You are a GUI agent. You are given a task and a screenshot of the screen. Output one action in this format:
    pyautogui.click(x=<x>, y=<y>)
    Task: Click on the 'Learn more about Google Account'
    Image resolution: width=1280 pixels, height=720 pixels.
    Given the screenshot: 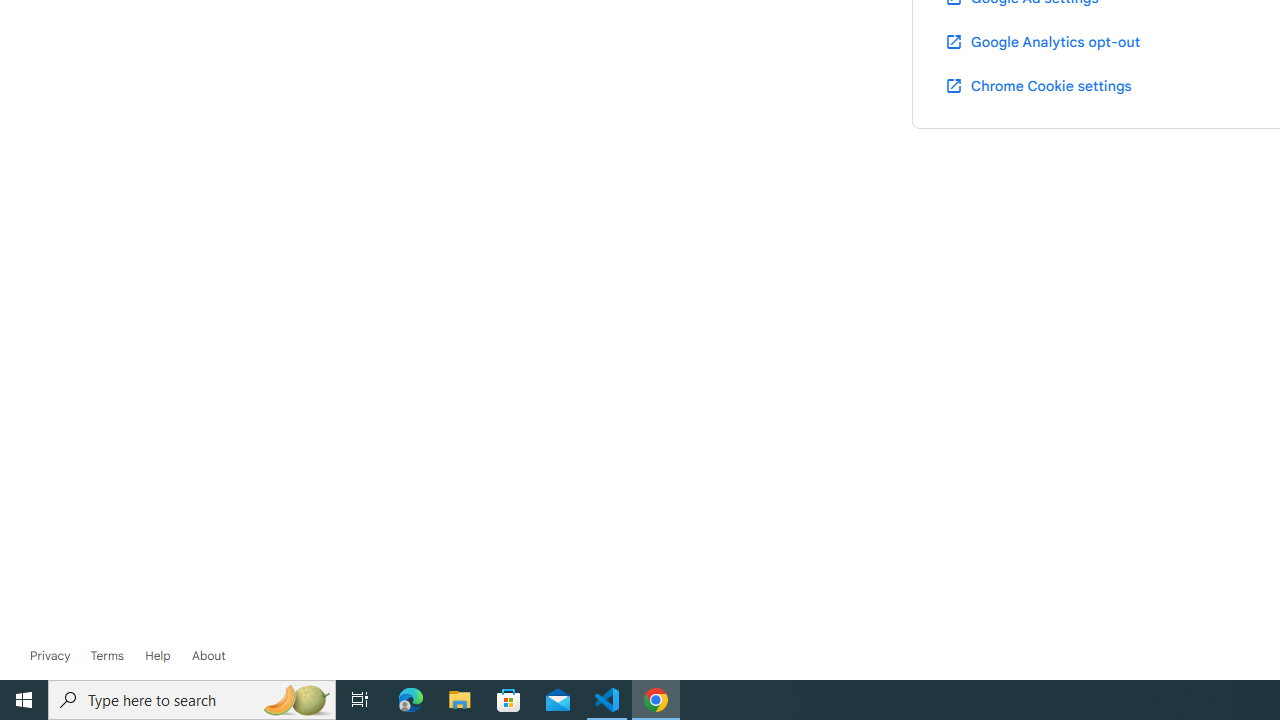 What is the action you would take?
    pyautogui.click(x=208, y=655)
    